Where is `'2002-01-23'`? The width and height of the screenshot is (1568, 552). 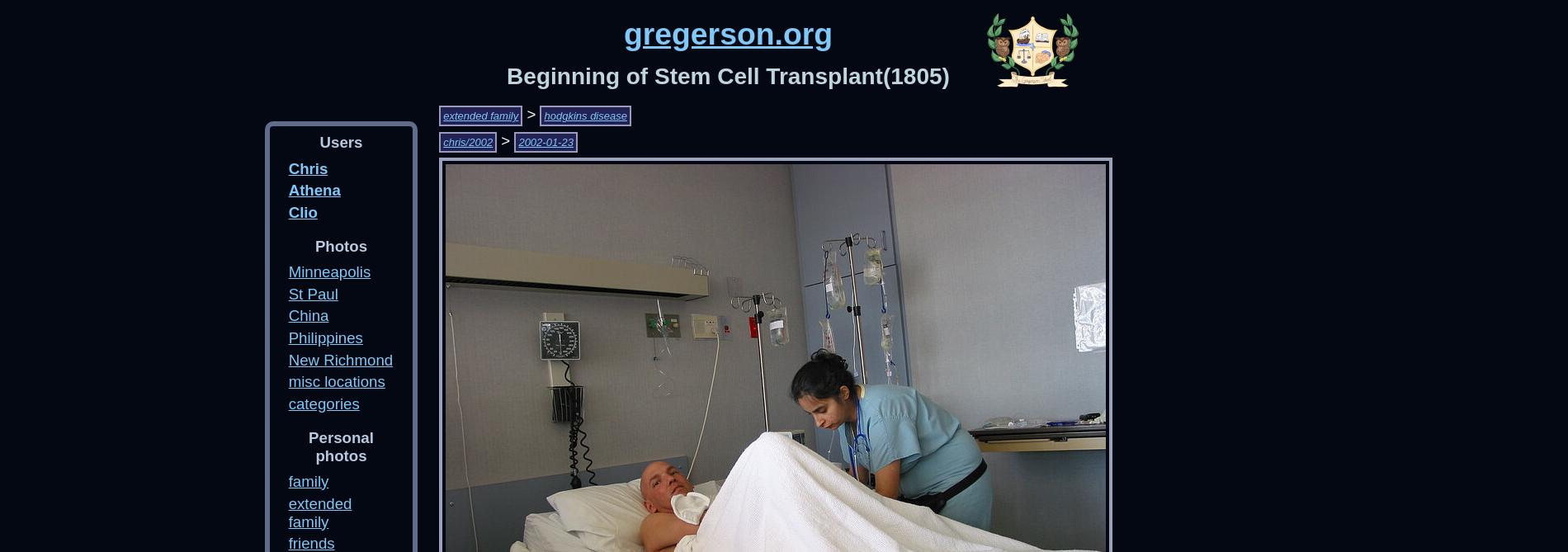 '2002-01-23' is located at coordinates (545, 140).